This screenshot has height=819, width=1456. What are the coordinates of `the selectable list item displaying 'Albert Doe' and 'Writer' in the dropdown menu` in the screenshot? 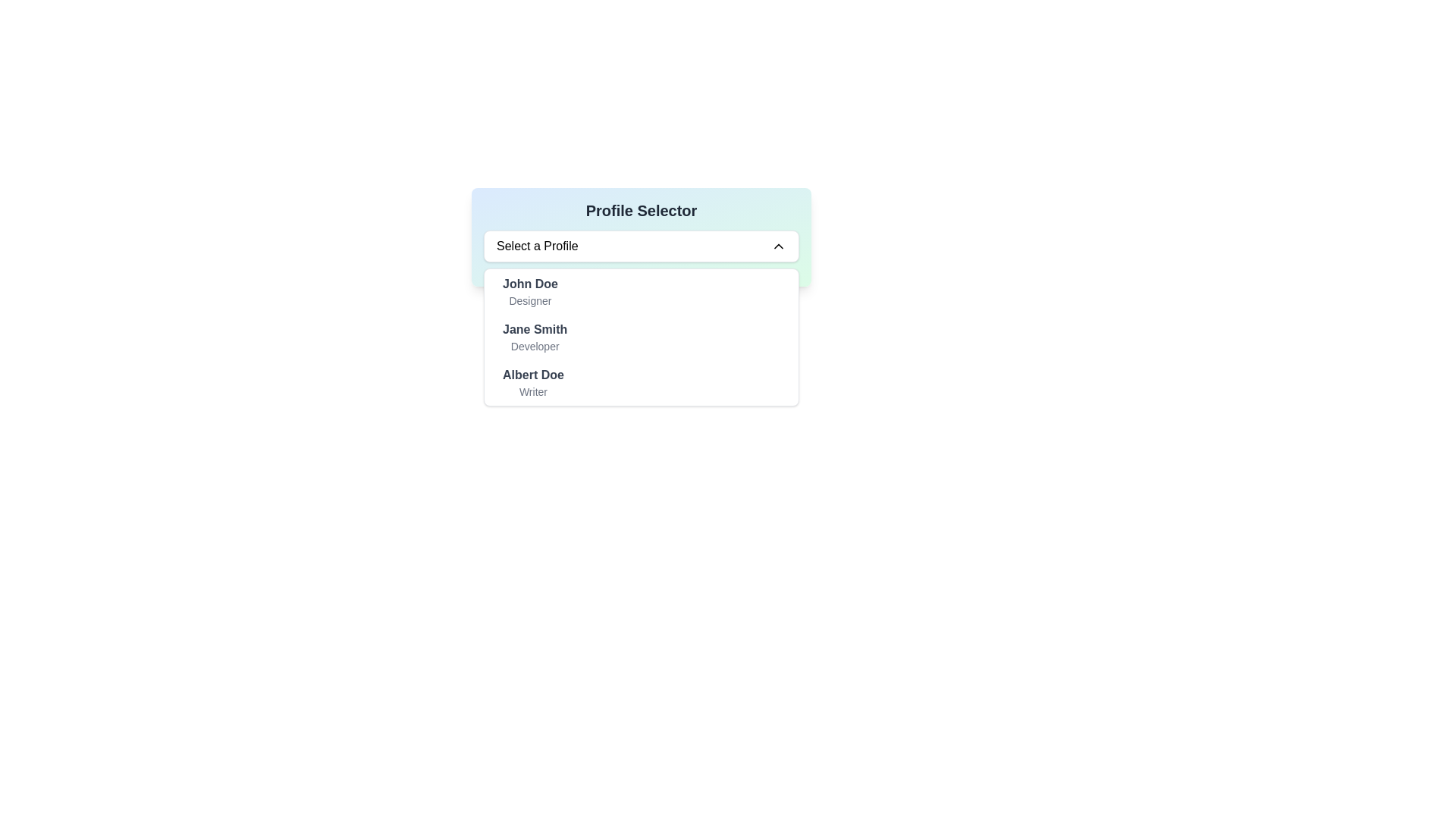 It's located at (641, 382).